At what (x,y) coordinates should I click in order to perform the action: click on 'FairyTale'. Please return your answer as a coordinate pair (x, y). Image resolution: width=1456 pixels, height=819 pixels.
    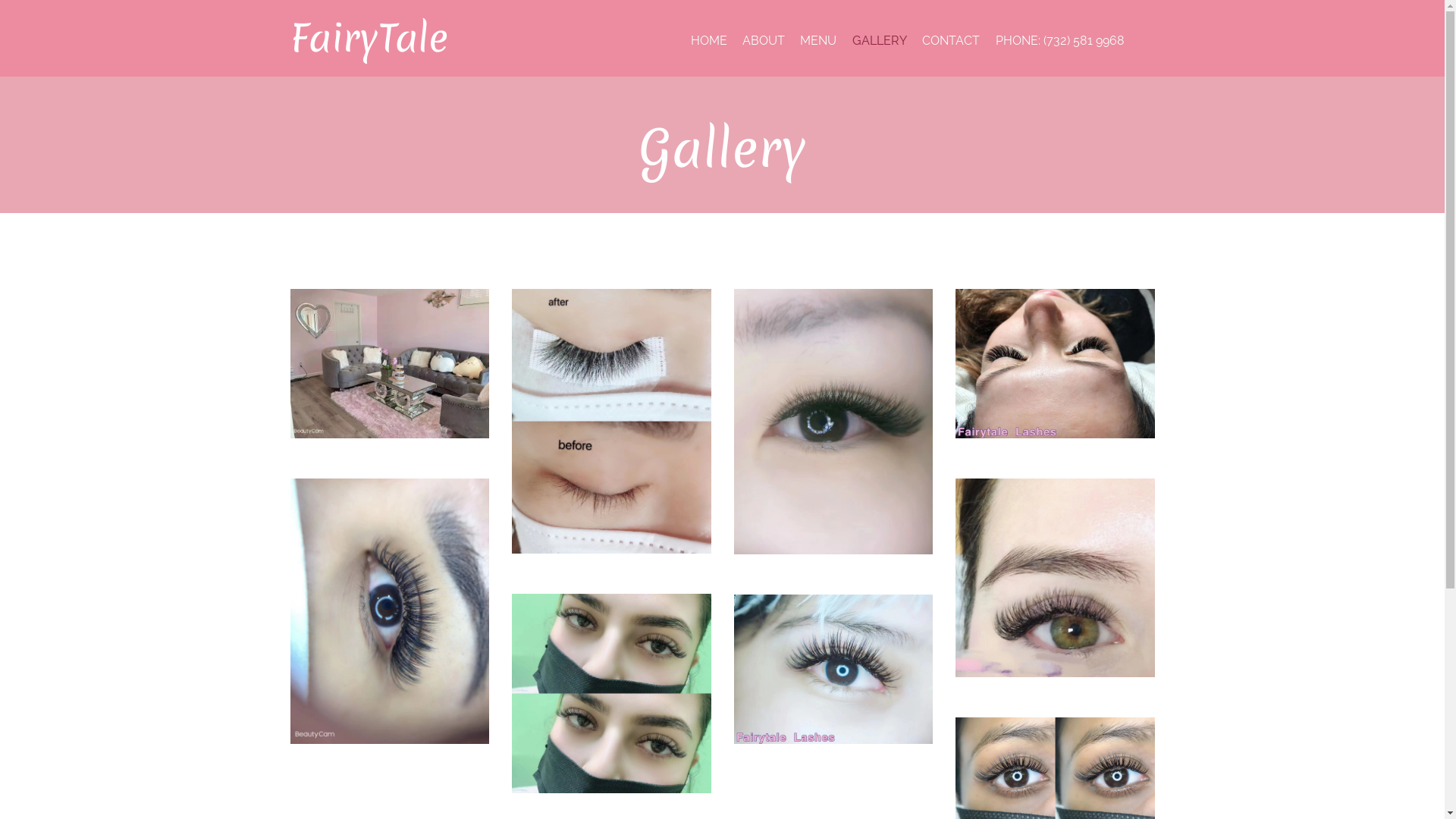
    Looking at the image, I should click on (368, 37).